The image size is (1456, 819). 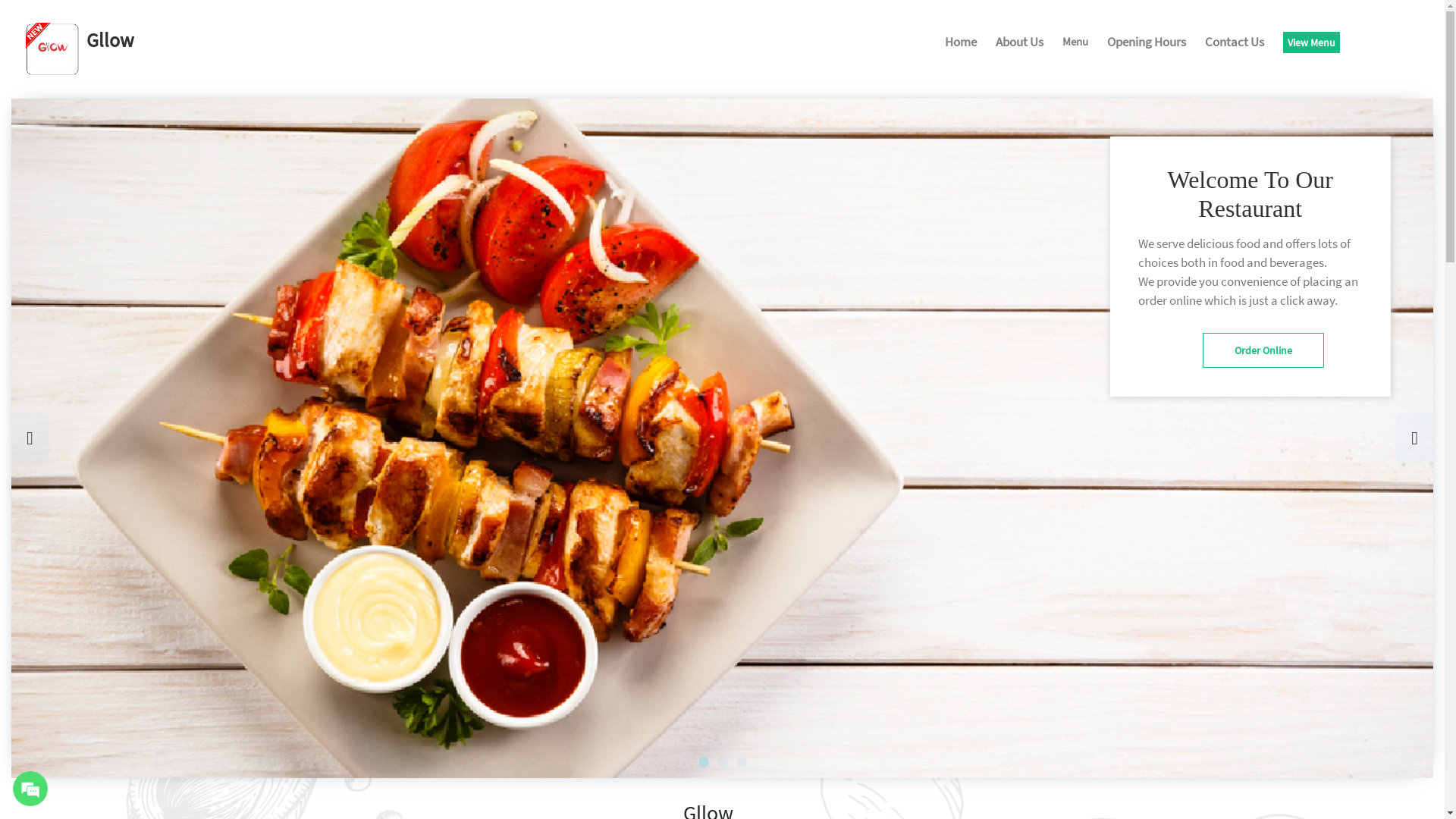 I want to click on 'View Menu', so click(x=1282, y=42).